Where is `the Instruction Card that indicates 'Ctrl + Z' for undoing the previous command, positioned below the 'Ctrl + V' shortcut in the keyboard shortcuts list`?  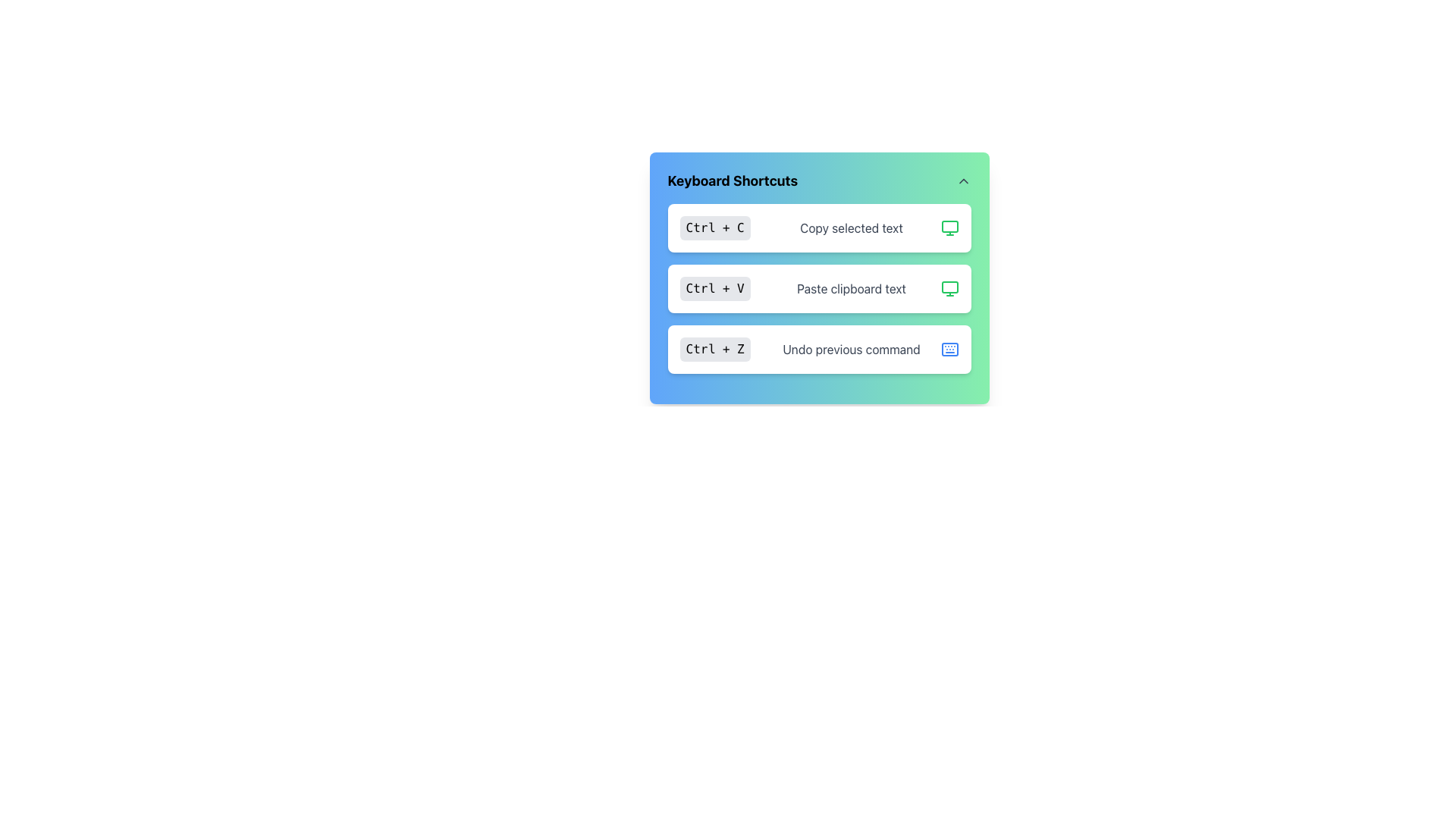 the Instruction Card that indicates 'Ctrl + Z' for undoing the previous command, positioned below the 'Ctrl + V' shortcut in the keyboard shortcuts list is located at coordinates (818, 350).